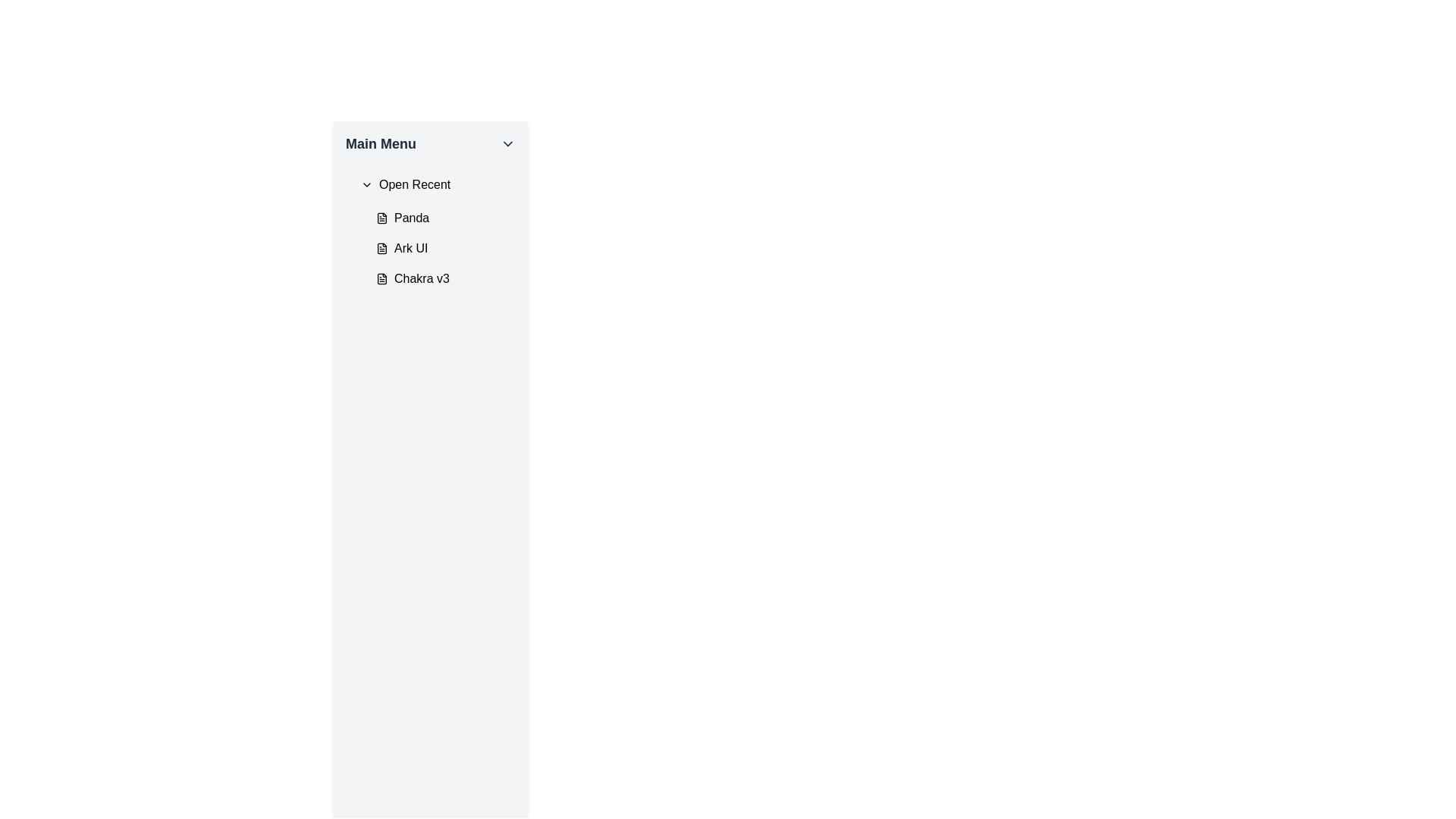 Image resolution: width=1456 pixels, height=819 pixels. I want to click on the SVG icon resembling a document or file, located in the left navigation panel under the 'Open Recent' section, preceding the text label 'Panda', so click(382, 218).